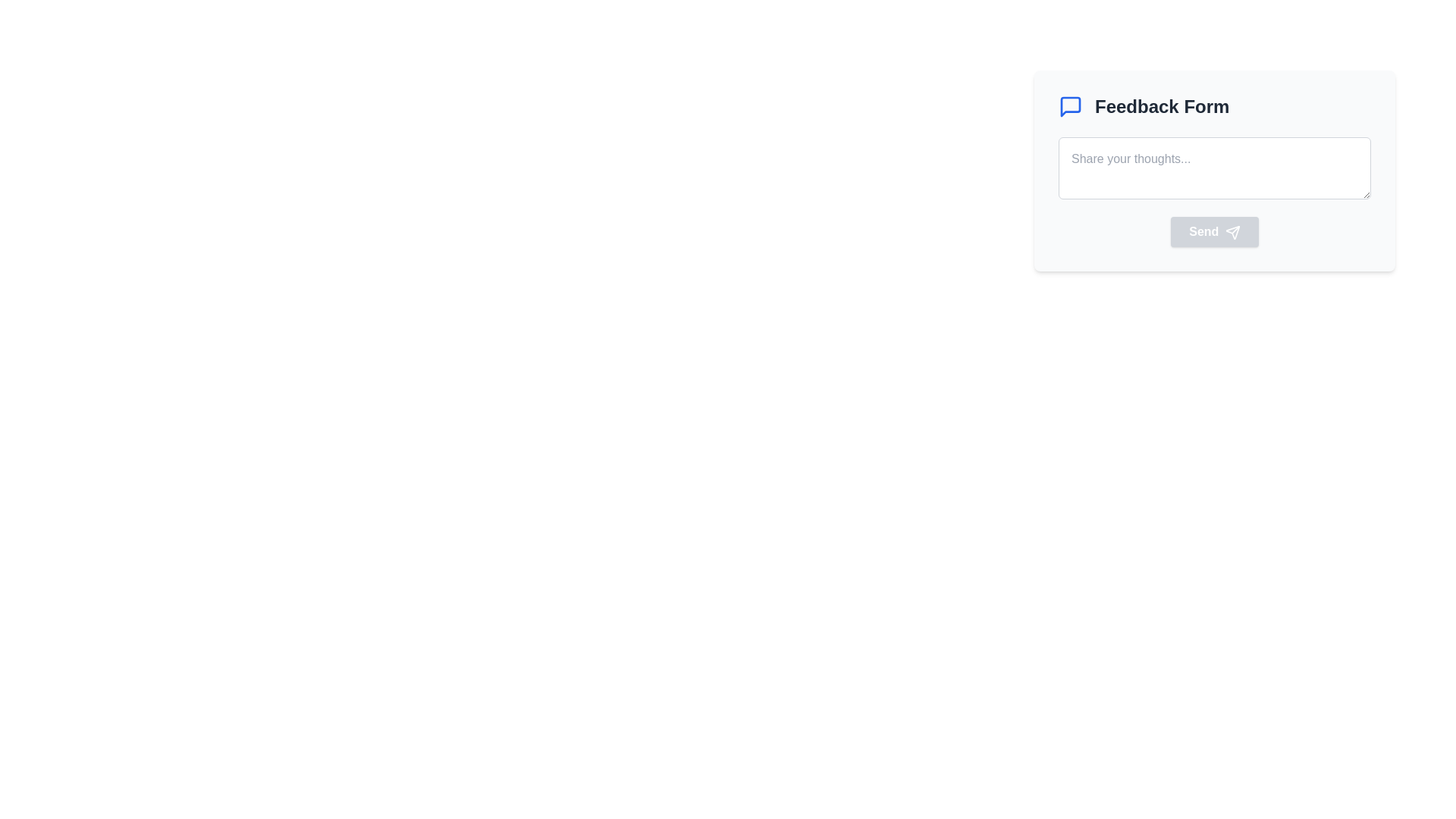 The image size is (1456, 819). What do you see at coordinates (1161, 106) in the screenshot?
I see `the 'Feedback Form' text label, which is prominently displayed in a bold and large font, located on the right side of the interface within a card-like section` at bounding box center [1161, 106].